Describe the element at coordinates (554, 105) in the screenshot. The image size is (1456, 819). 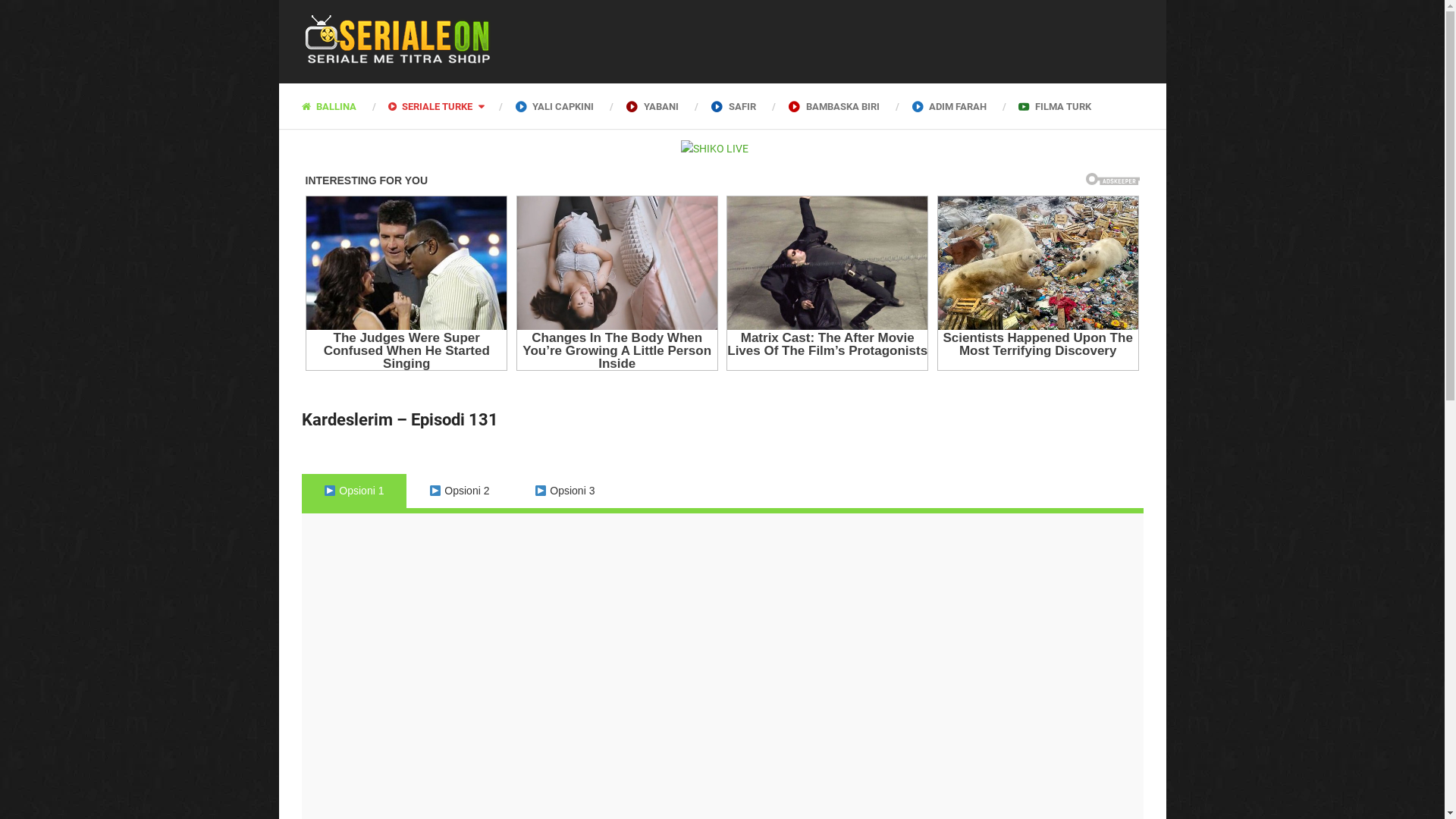
I see `'YALI CAPKINI'` at that location.